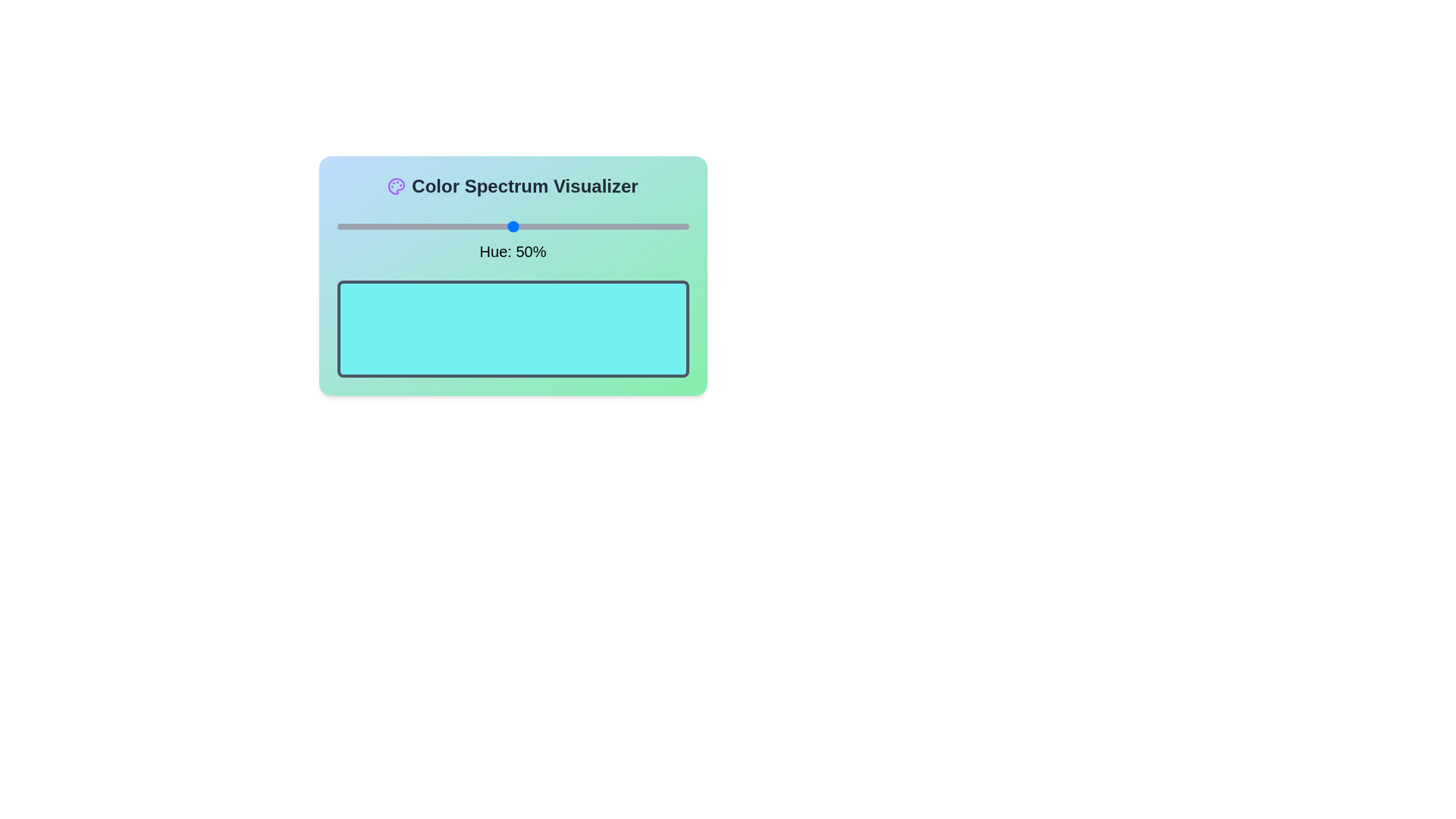  Describe the element at coordinates (615, 227) in the screenshot. I see `the slider to set the hue to 79%` at that location.